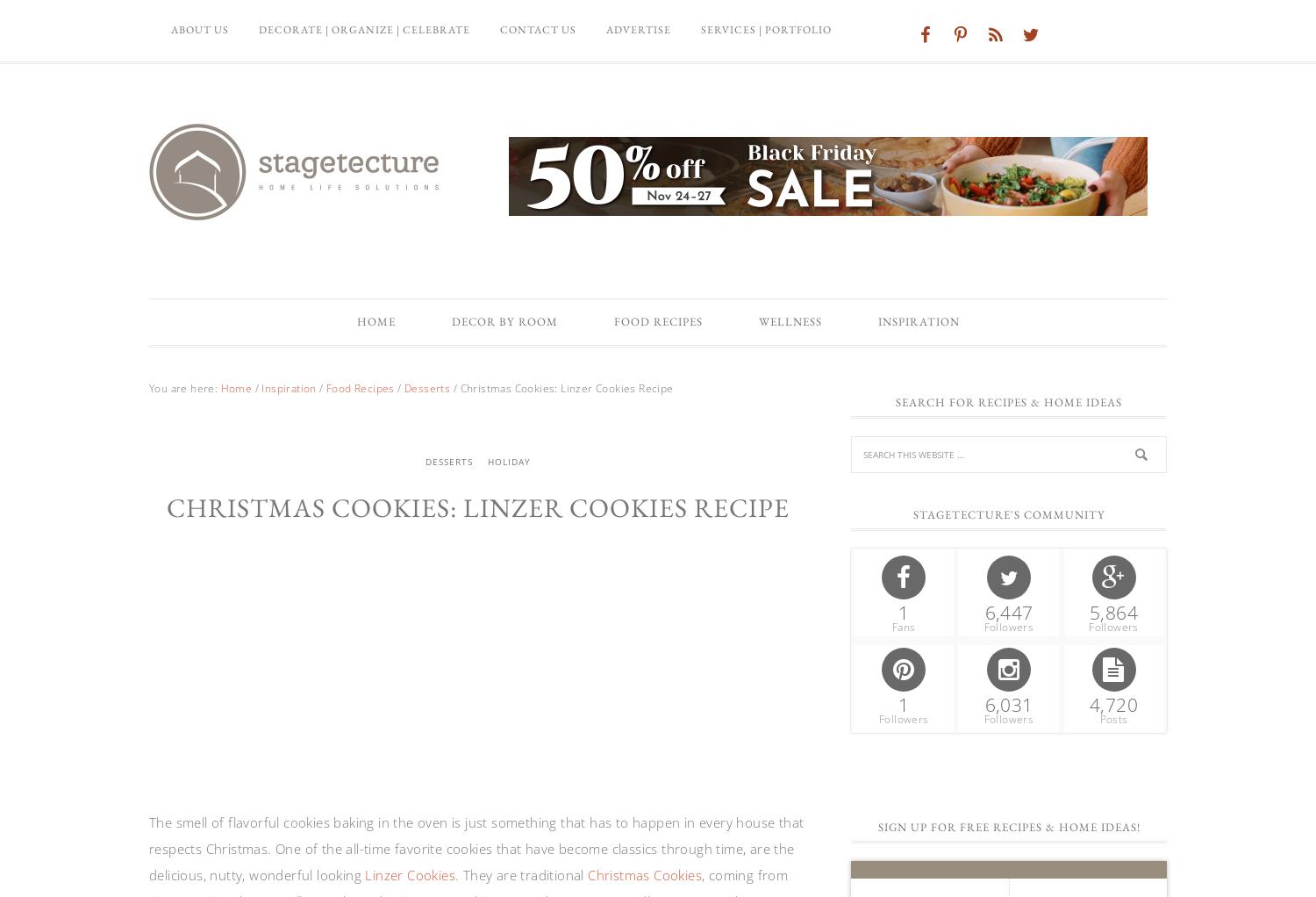 This screenshot has width=1316, height=897. I want to click on 'Food Recipes', so click(612, 320).